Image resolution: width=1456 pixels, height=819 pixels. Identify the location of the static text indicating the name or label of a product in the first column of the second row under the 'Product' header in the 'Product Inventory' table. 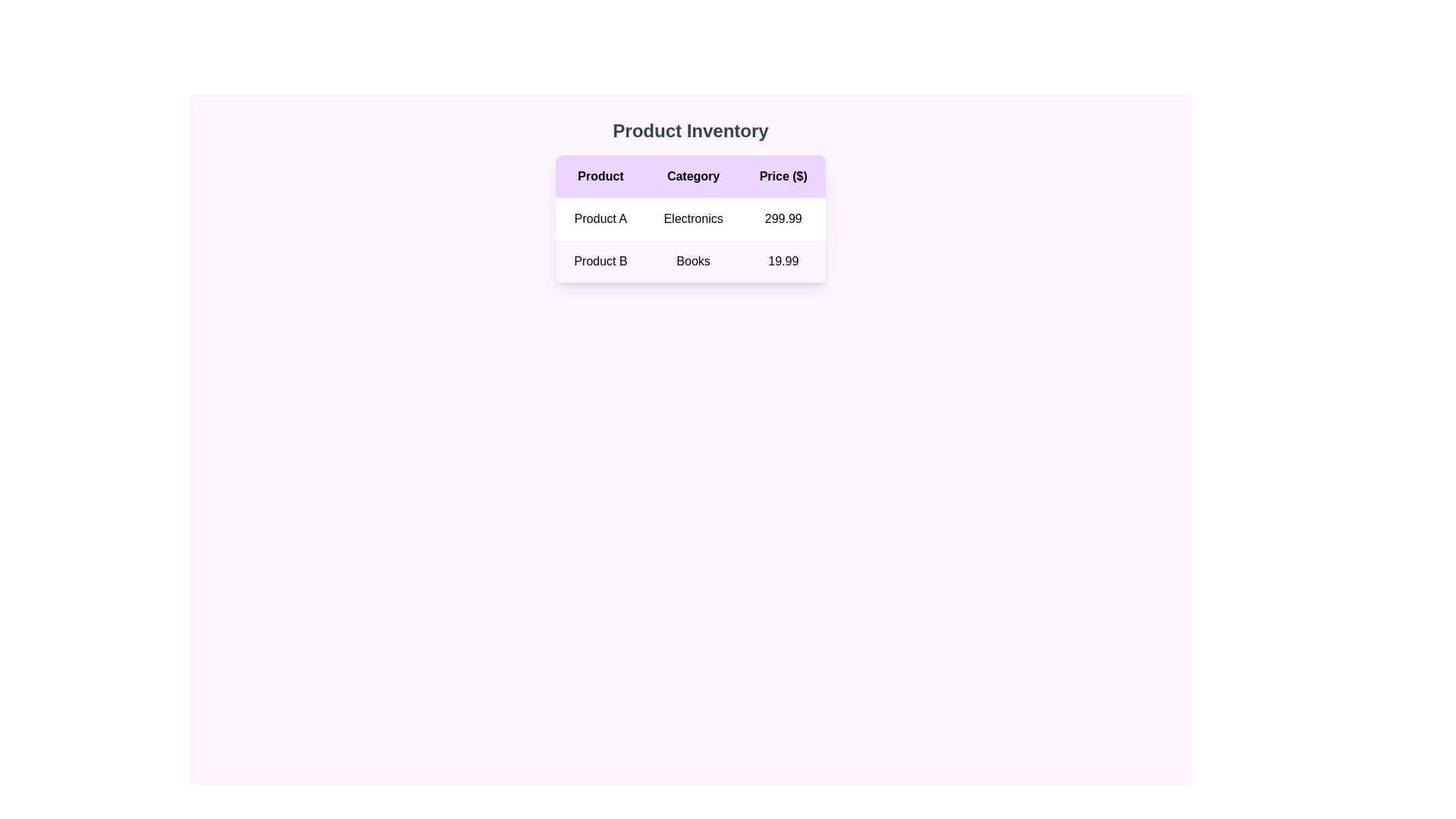
(600, 260).